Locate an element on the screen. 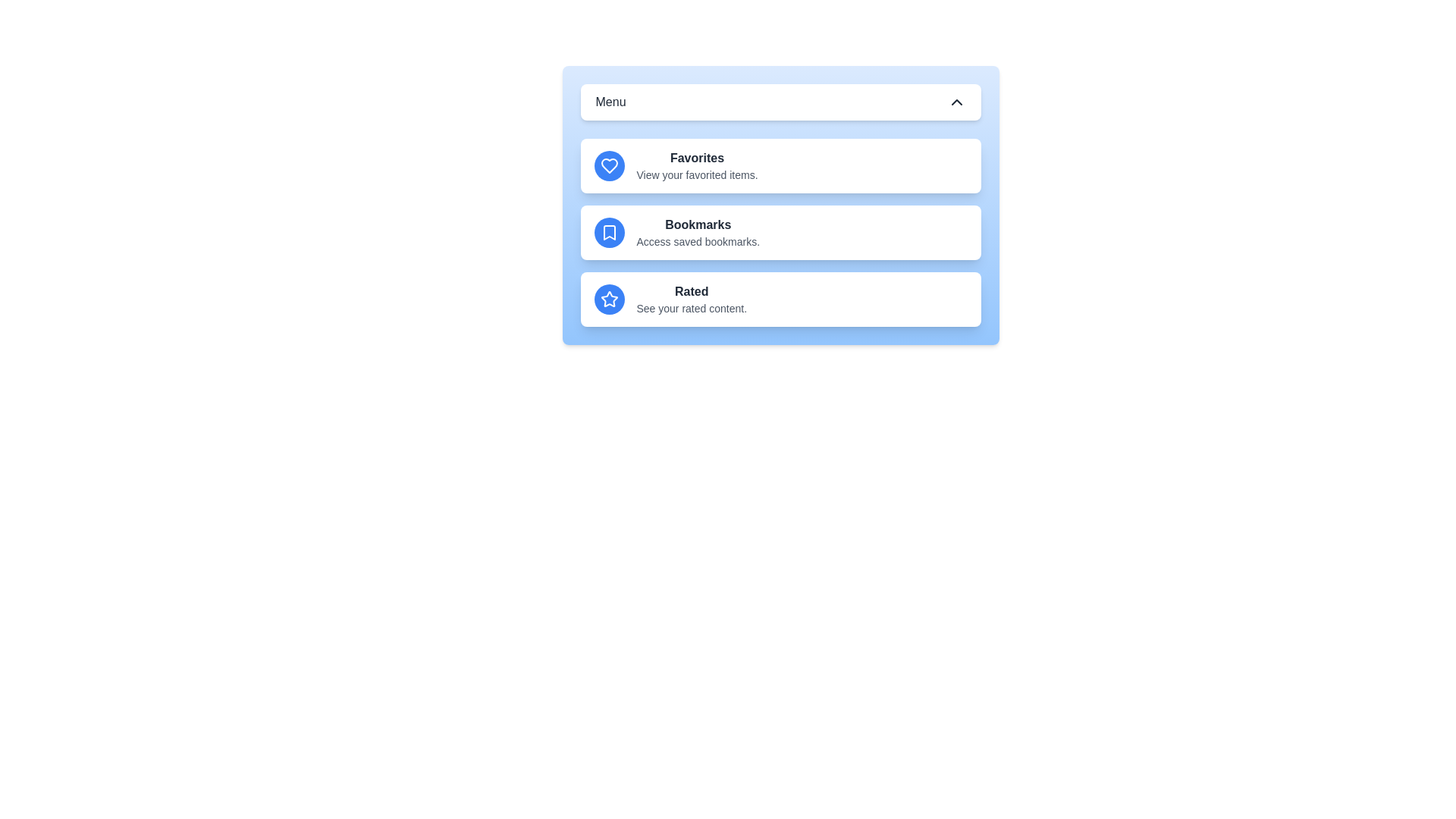  the menu toggle button to toggle its state is located at coordinates (780, 102).